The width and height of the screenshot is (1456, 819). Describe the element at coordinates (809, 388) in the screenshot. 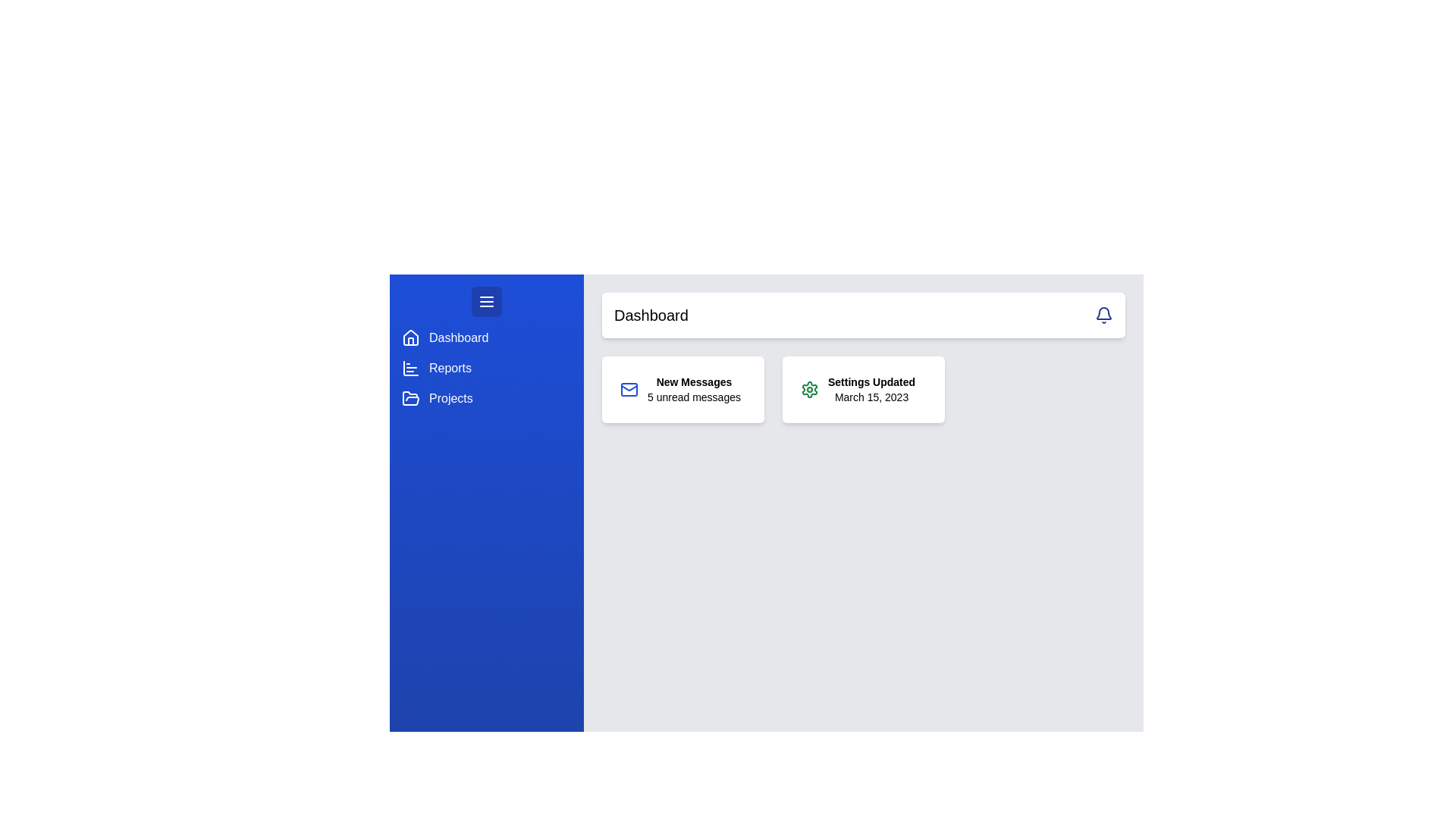

I see `the green gear-shaped icon located on the right-hand side of the interface, to the left of the 'Settings Updated' text` at that location.